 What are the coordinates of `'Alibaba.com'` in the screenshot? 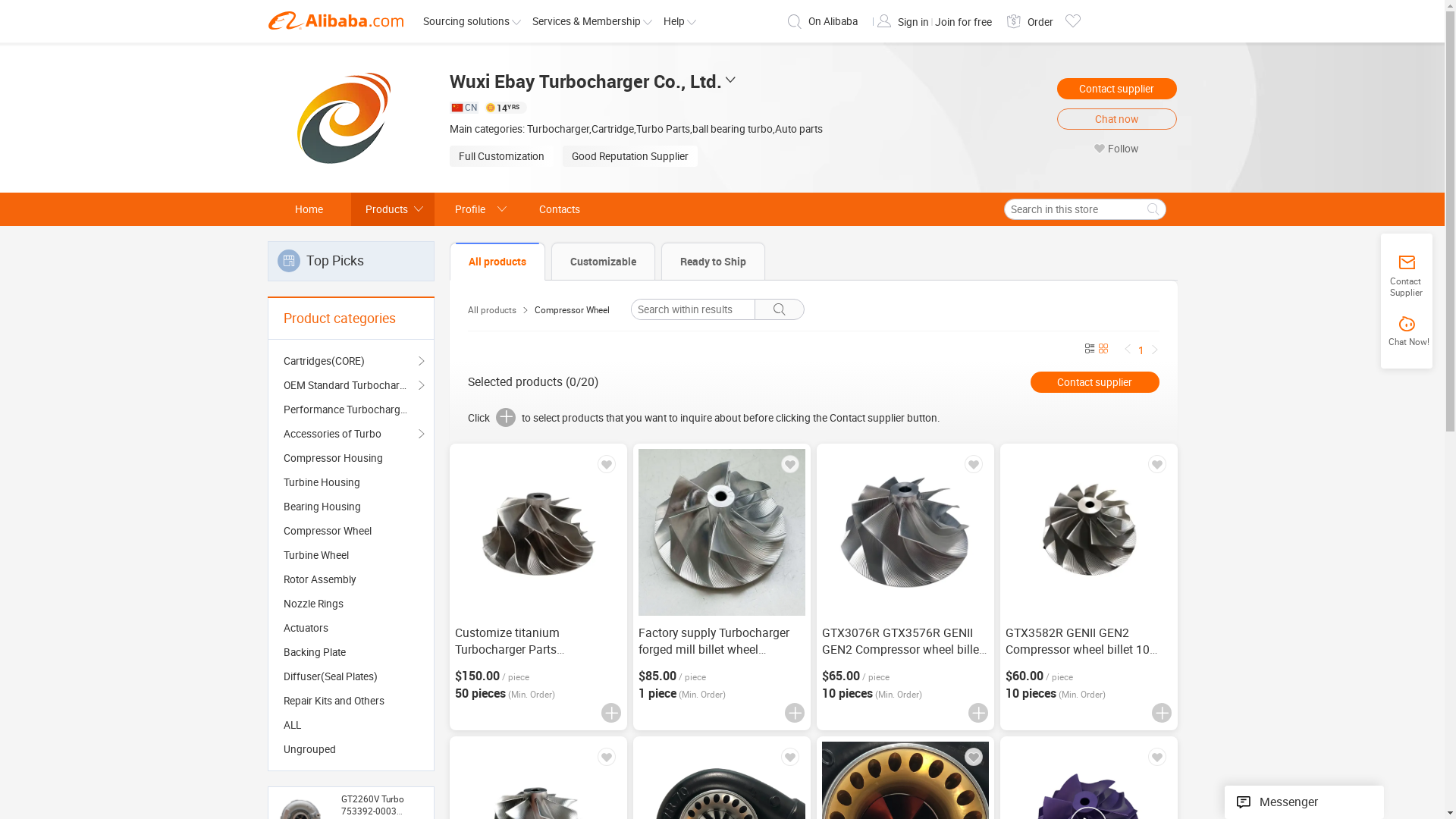 It's located at (334, 20).